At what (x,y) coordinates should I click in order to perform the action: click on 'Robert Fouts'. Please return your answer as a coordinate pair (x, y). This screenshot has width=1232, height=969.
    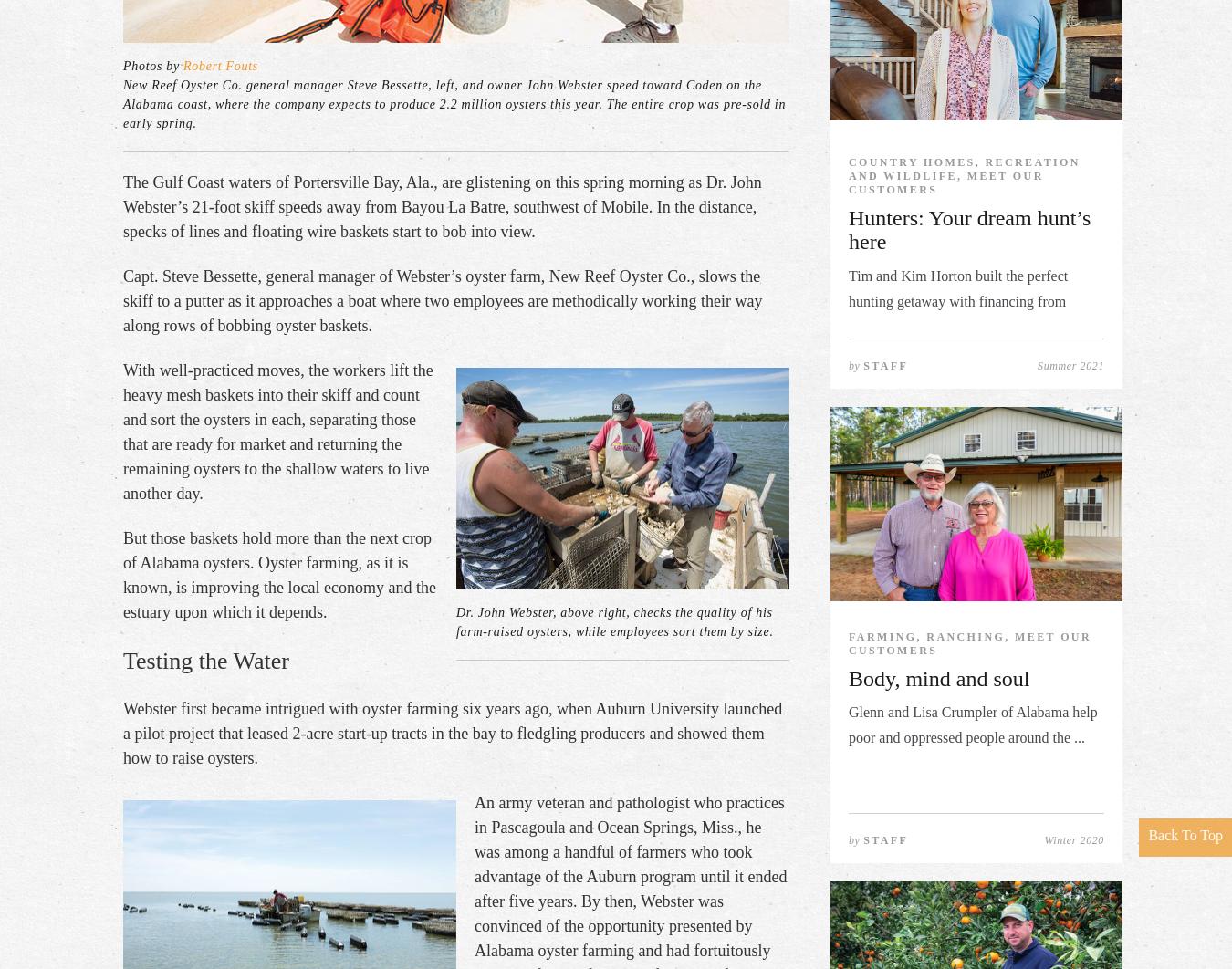
    Looking at the image, I should click on (220, 65).